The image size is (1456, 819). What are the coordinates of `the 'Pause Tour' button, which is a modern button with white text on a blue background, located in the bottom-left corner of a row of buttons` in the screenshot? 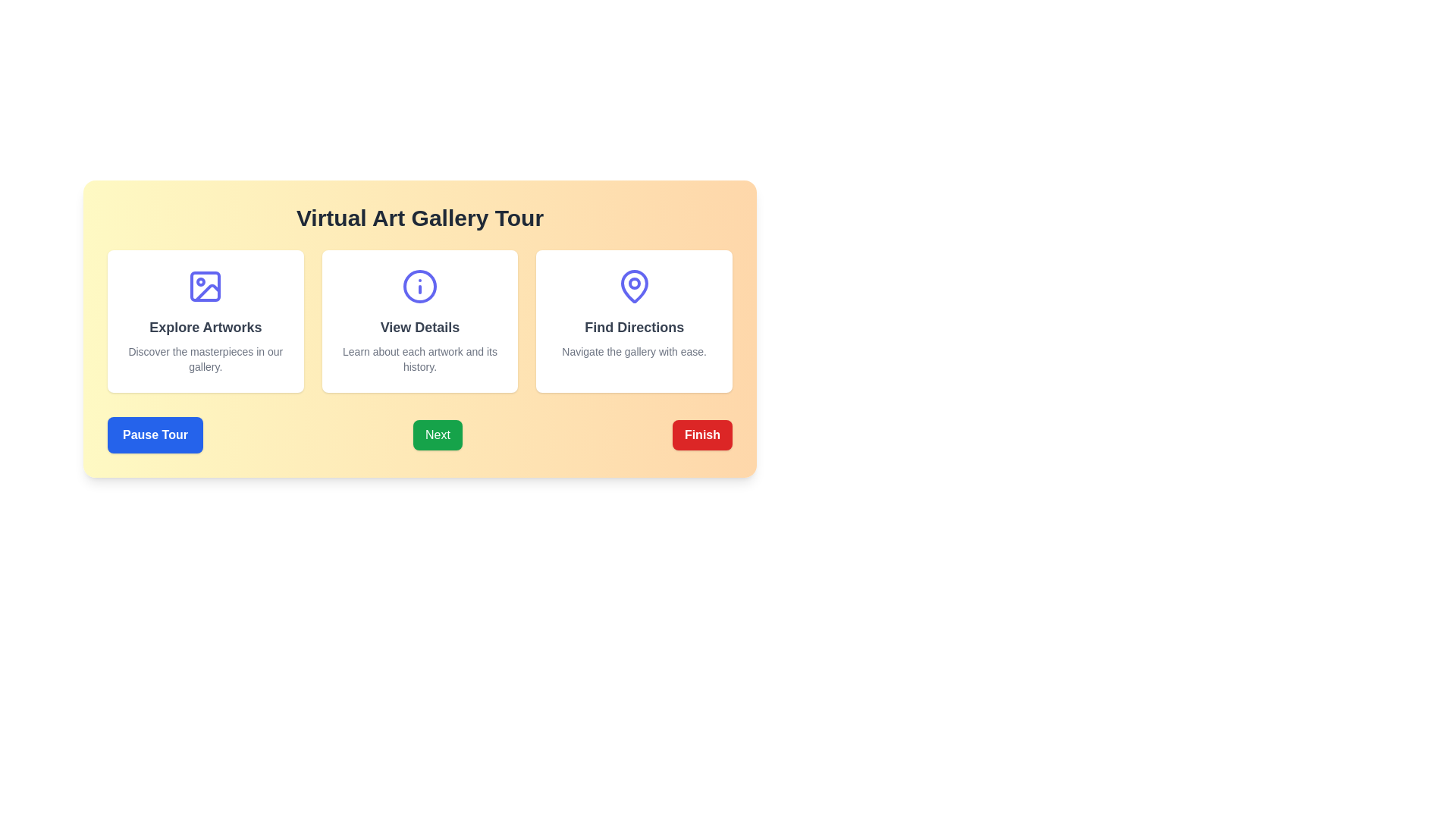 It's located at (155, 435).